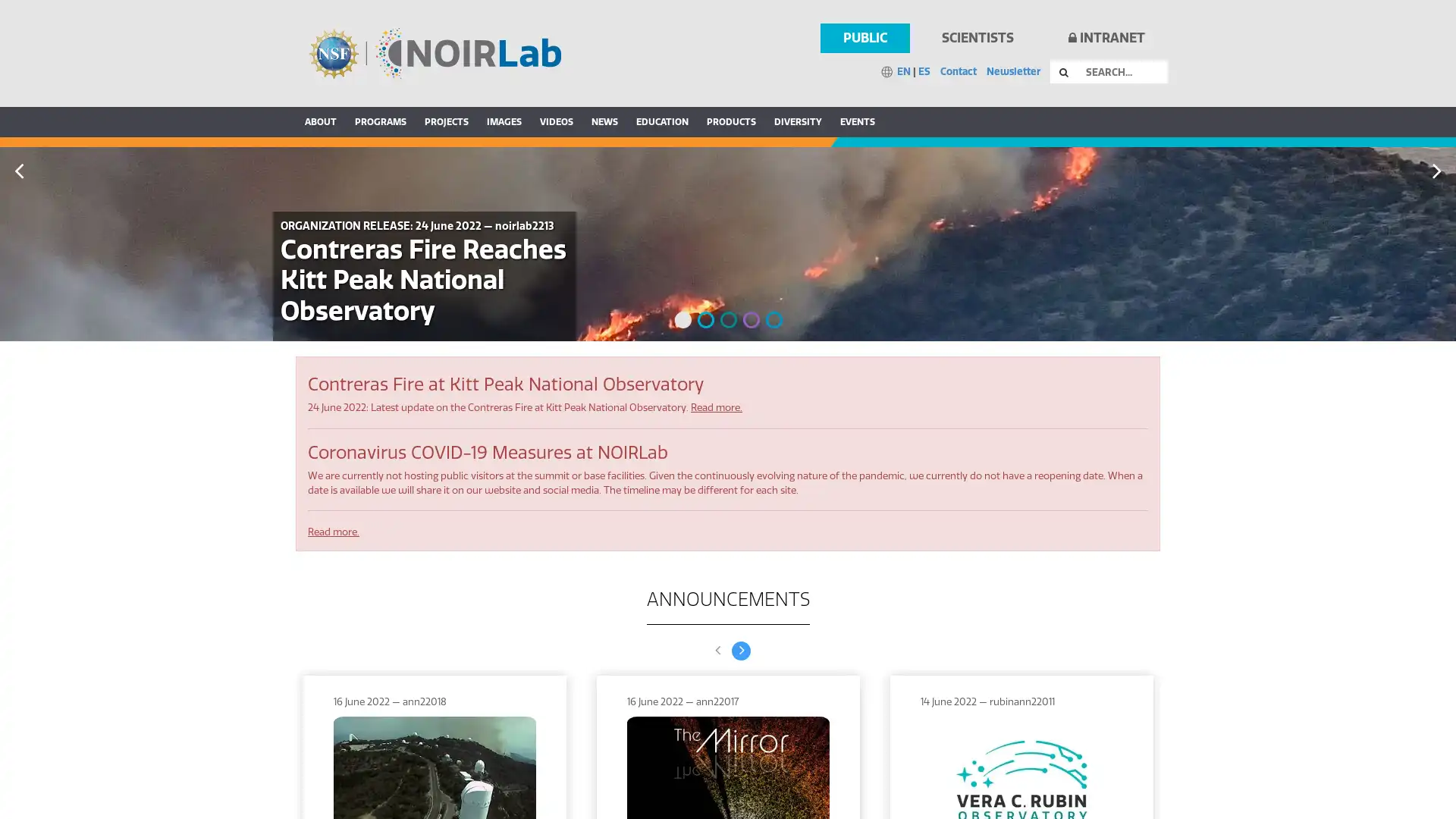  I want to click on 2, so click(705, 466).